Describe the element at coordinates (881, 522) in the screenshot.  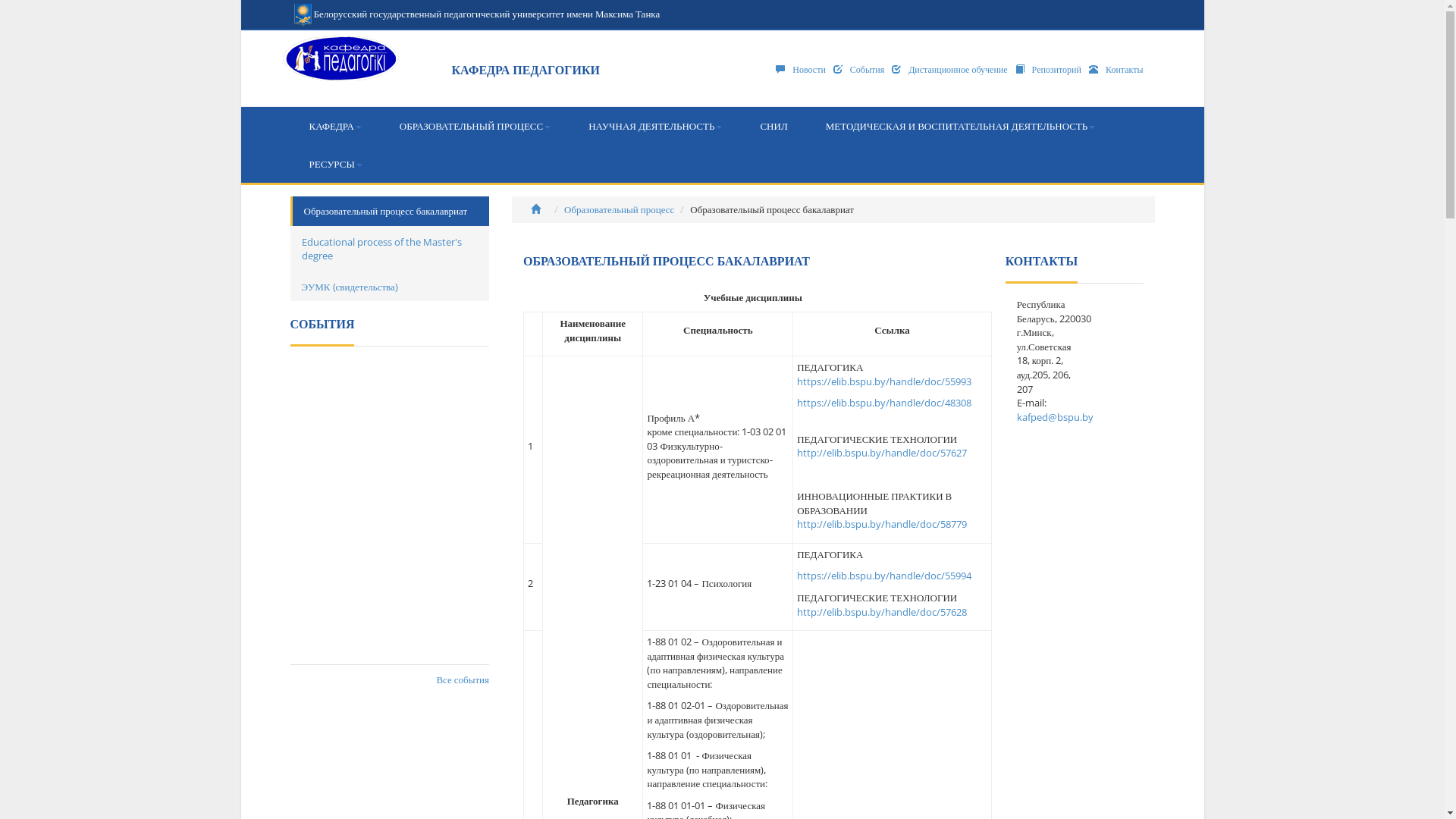
I see `'http://elib.bspu.by/handle/doc/58779'` at that location.